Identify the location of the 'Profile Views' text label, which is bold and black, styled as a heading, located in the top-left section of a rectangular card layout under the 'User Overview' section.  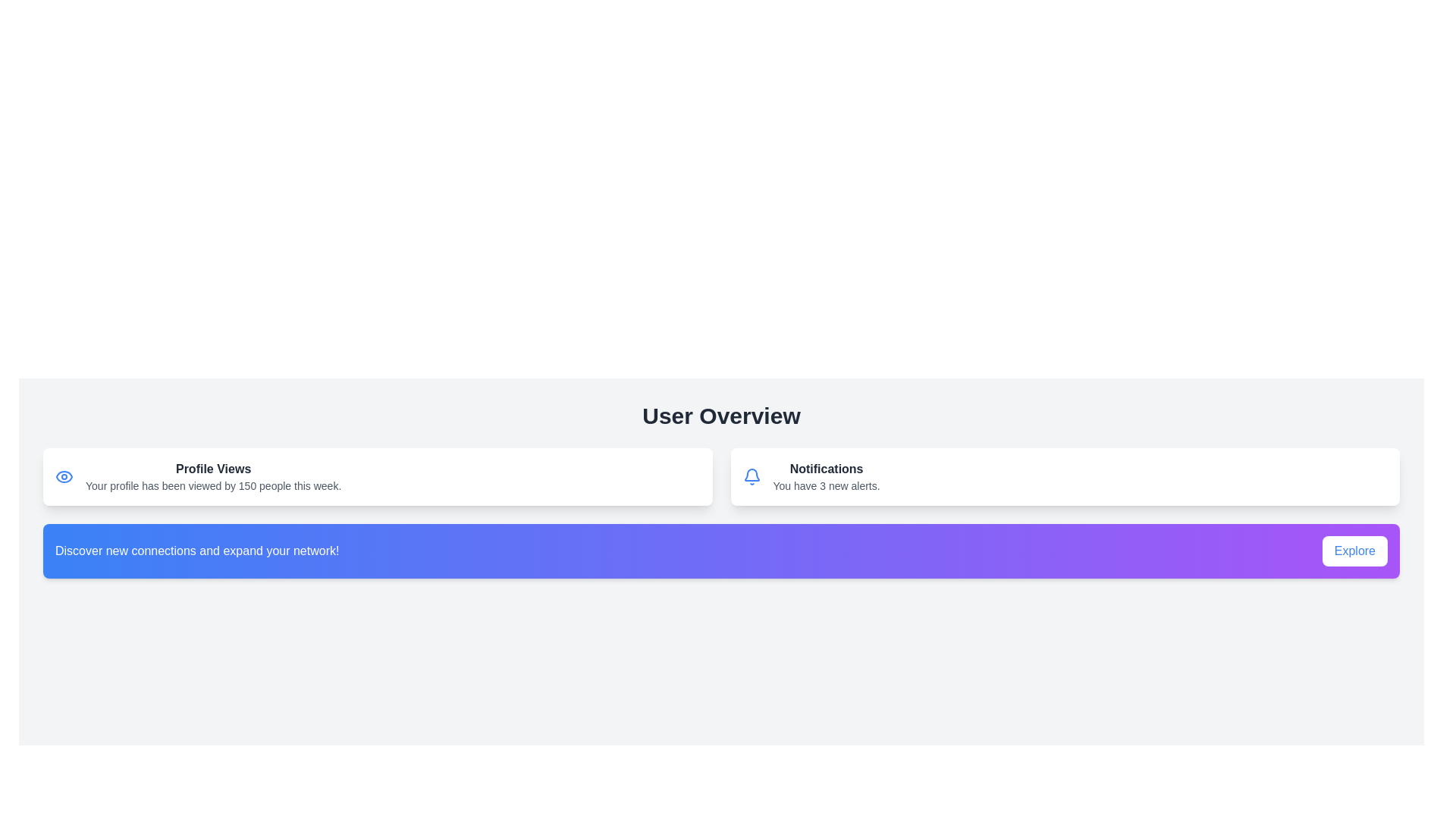
(212, 468).